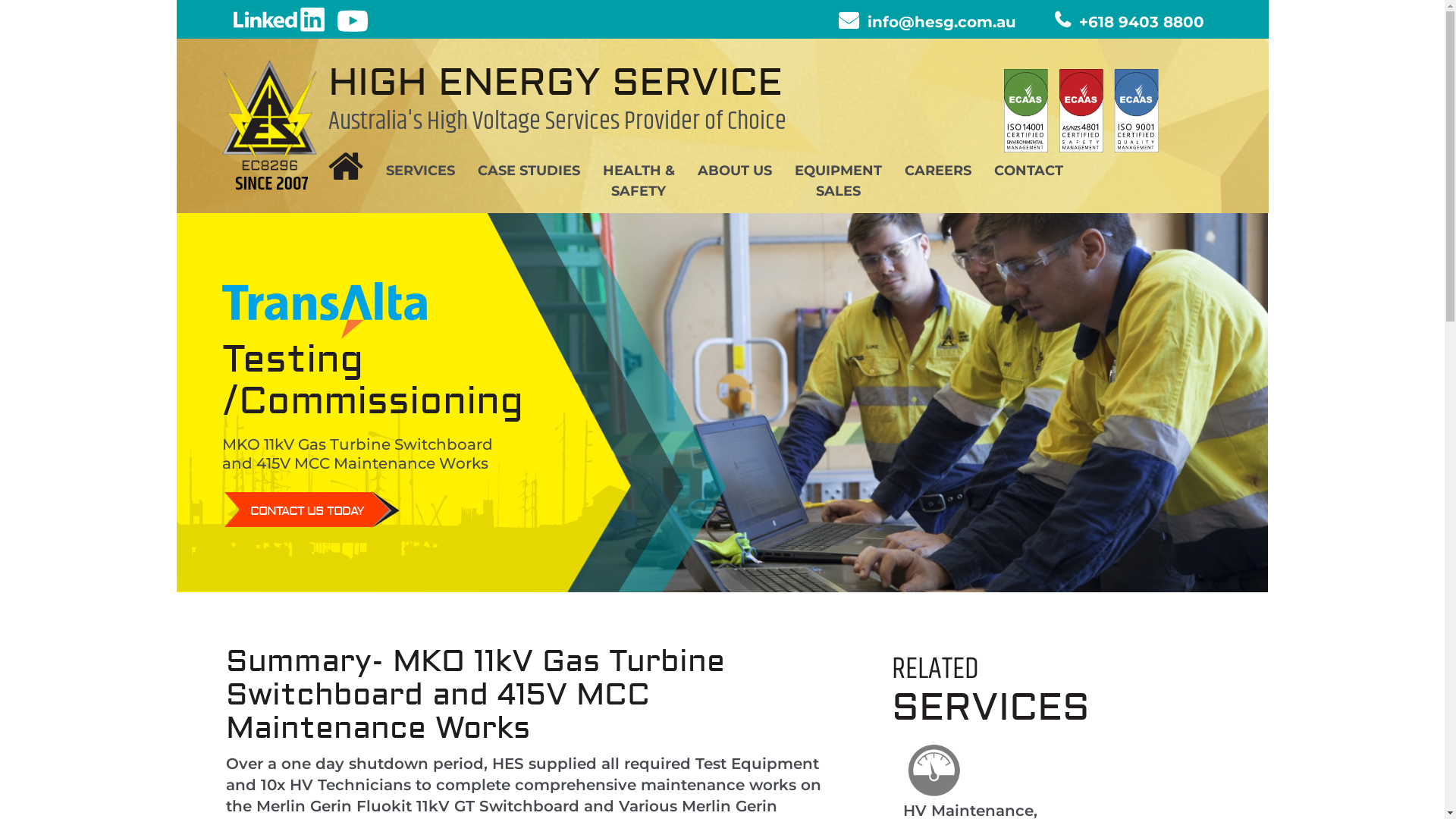  Describe the element at coordinates (837, 180) in the screenshot. I see `'EQUIPMENT` at that location.